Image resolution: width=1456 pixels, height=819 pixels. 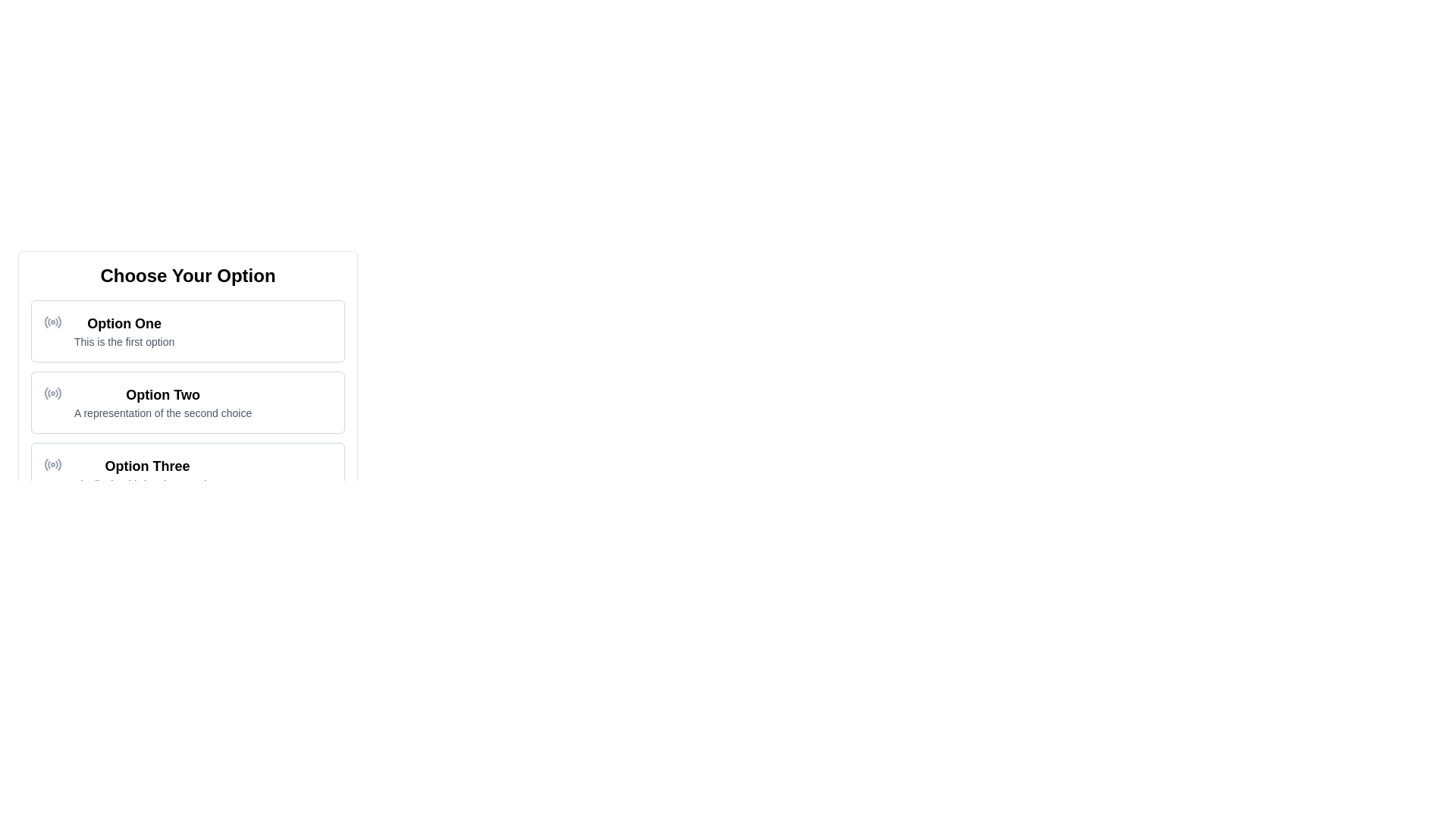 I want to click on the option associated with the 'Option Three' text label, which is bold and prominently displayed as the third option in the list under the section 'Choose Your Option', so click(x=147, y=465).